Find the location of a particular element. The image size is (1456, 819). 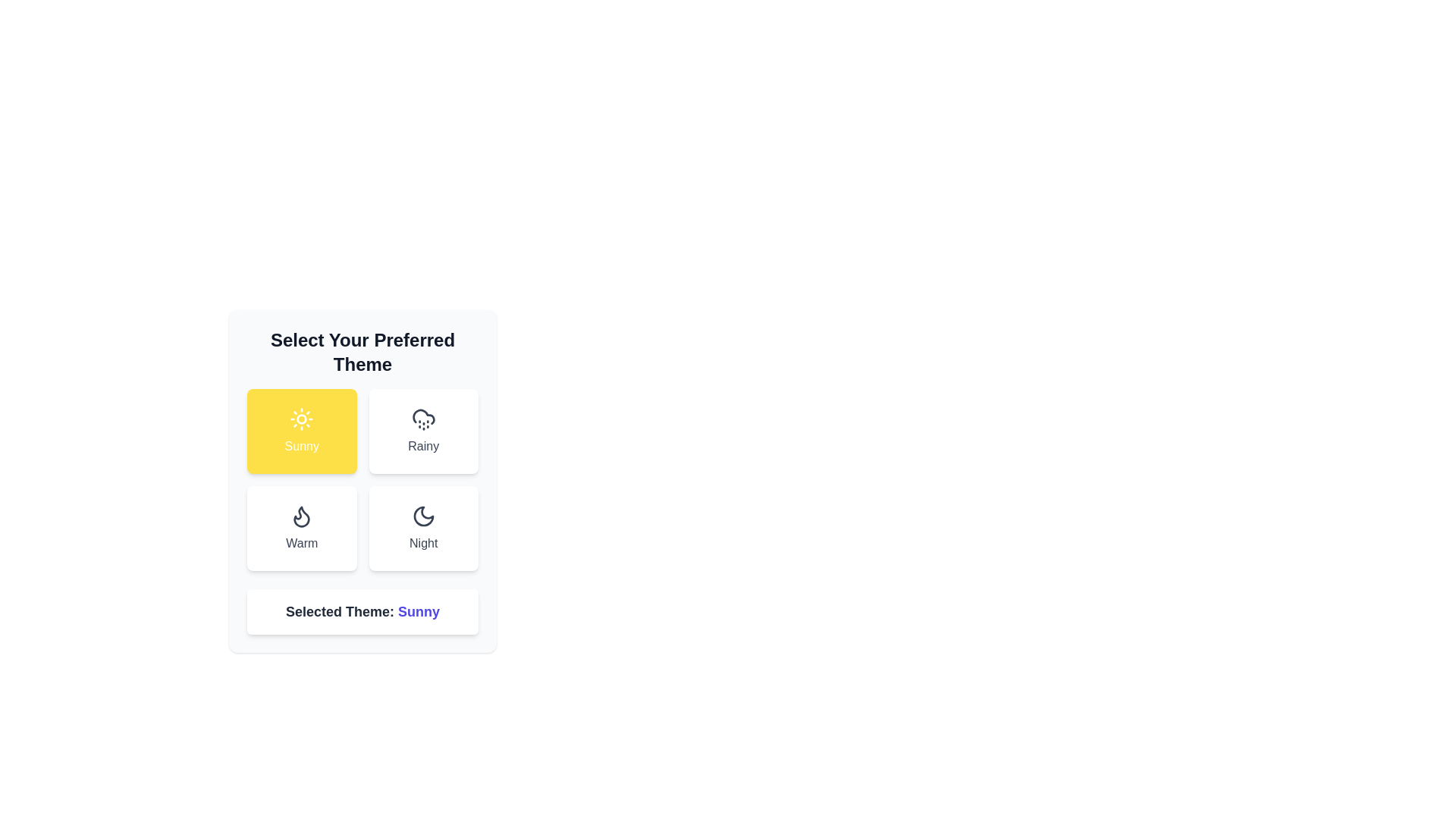

the theme button labeled Rainy to observe its hover effect is located at coordinates (423, 431).